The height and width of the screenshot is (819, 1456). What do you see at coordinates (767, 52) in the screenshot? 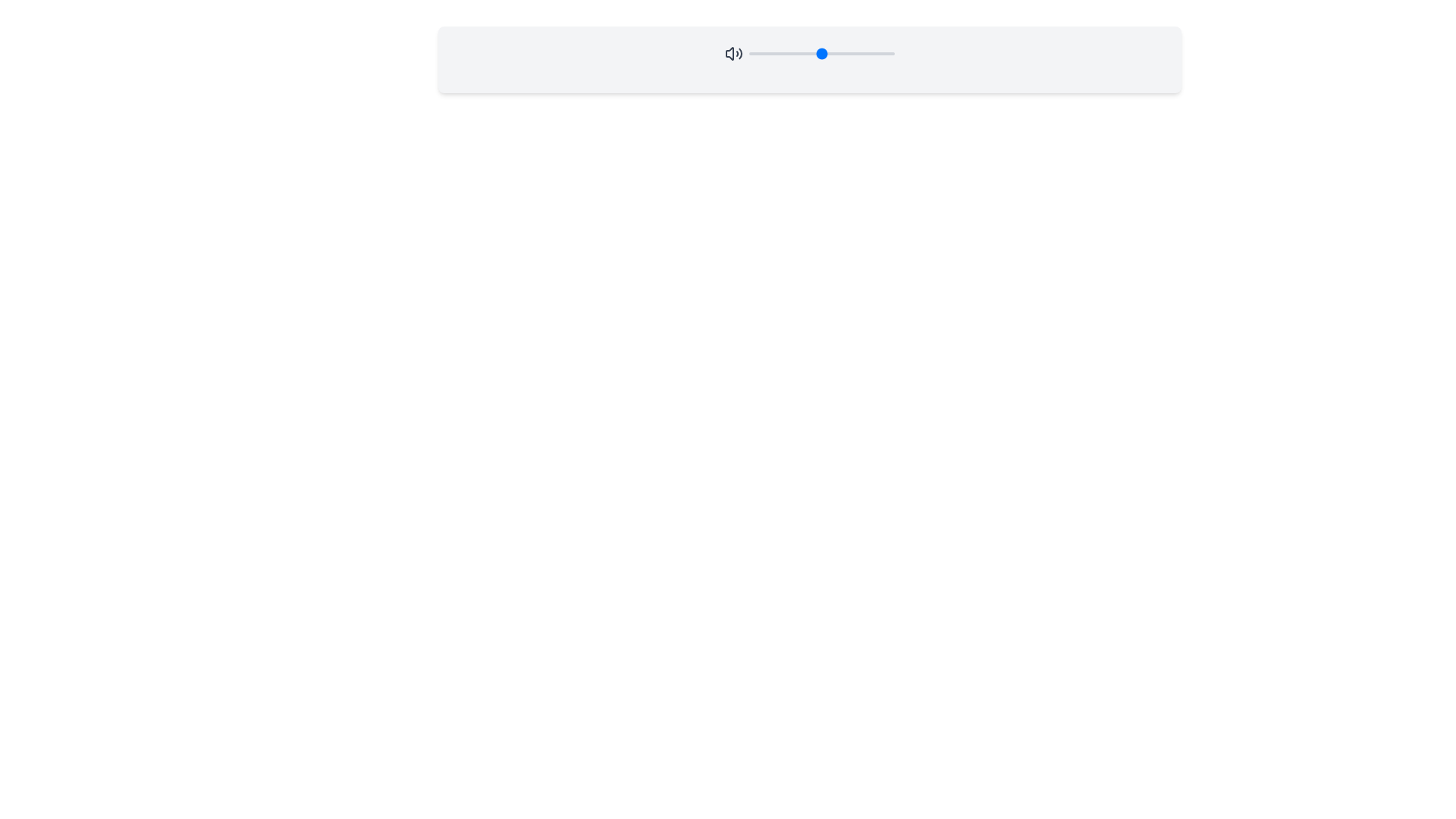
I see `volume level` at bounding box center [767, 52].